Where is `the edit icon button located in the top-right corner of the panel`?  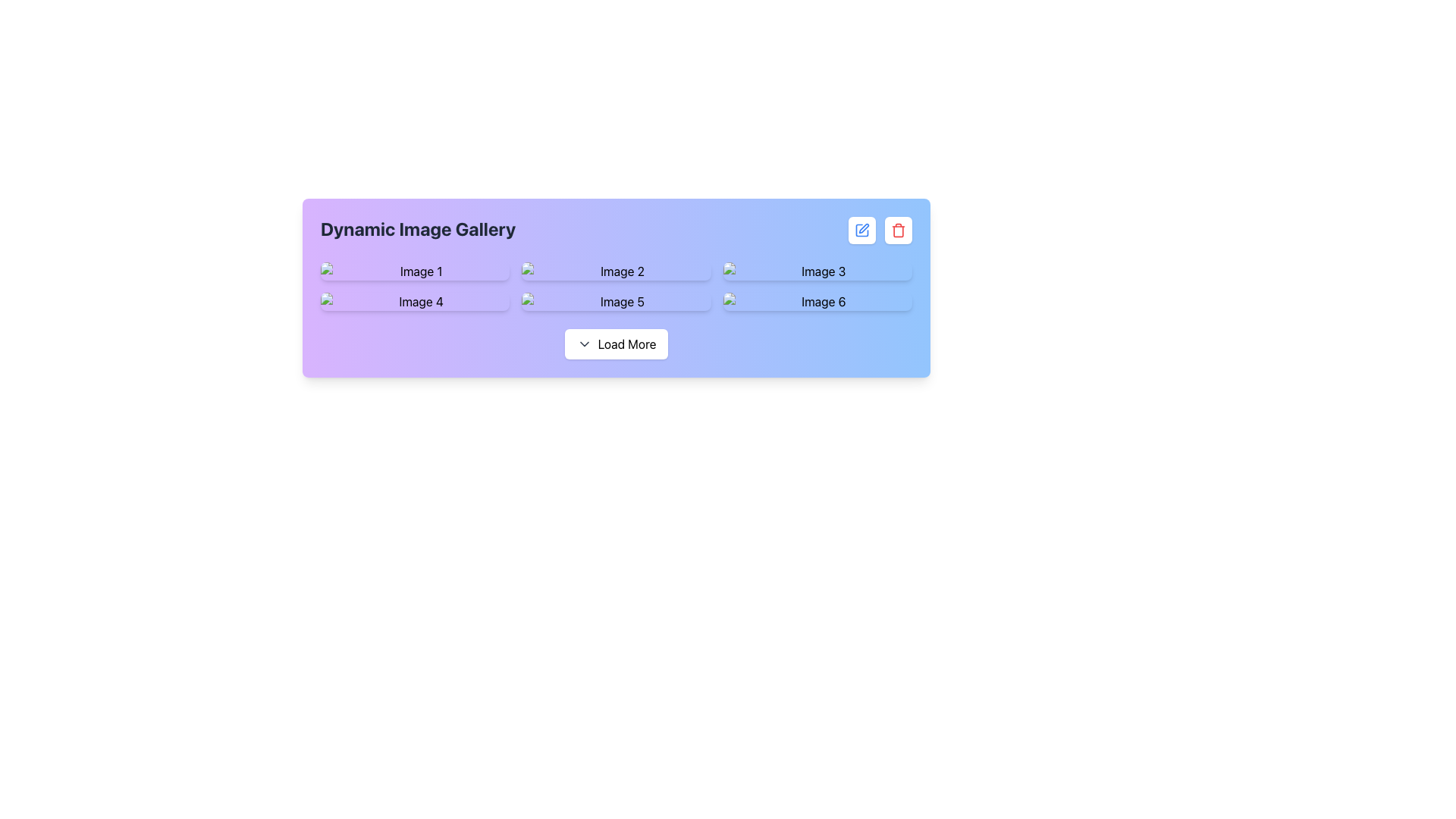
the edit icon button located in the top-right corner of the panel is located at coordinates (862, 231).